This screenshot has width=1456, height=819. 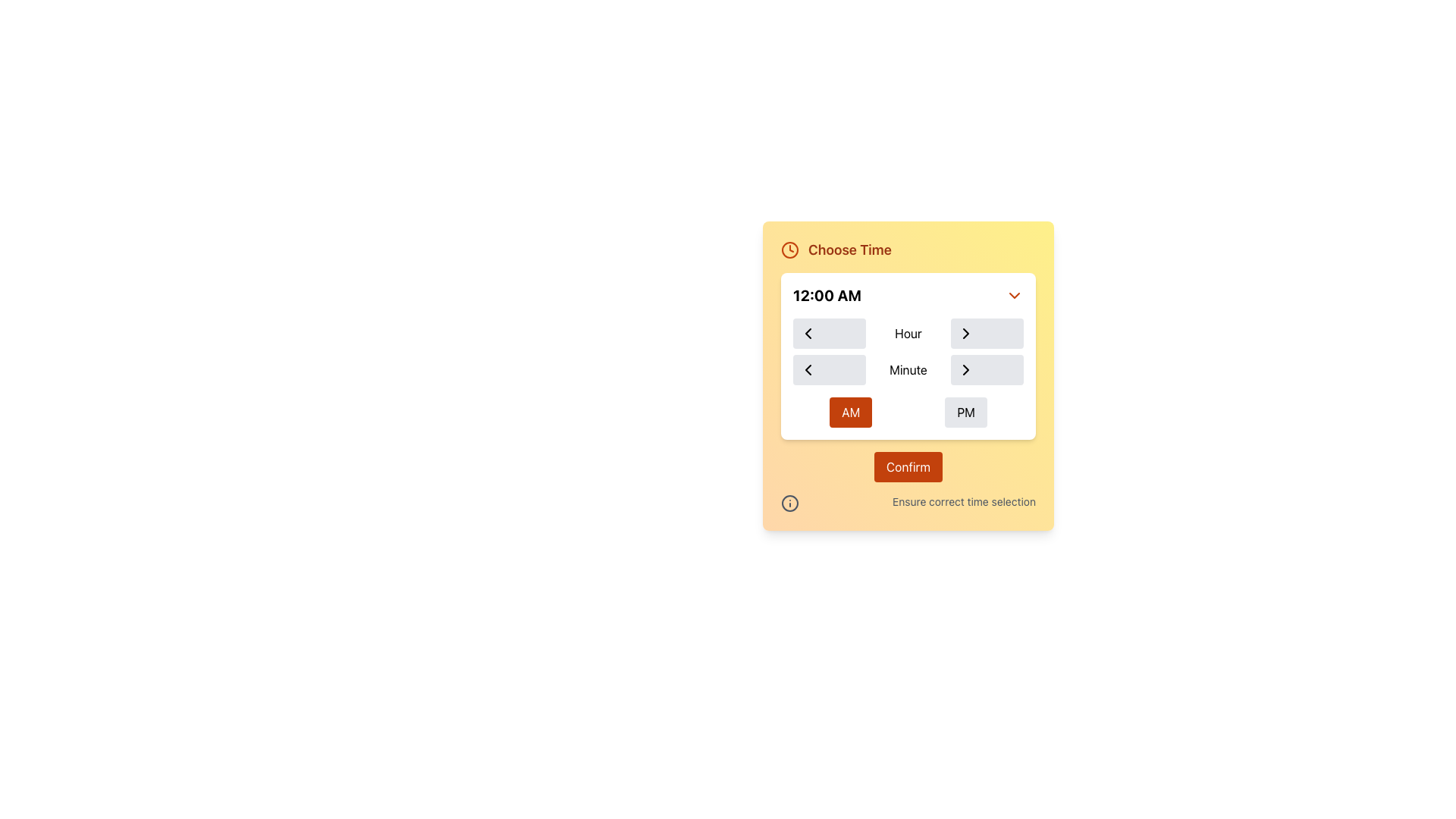 I want to click on the confirmation button located at the bottom of the time-setting modal, just above the instruction text 'Ensure correct time selection', so click(x=908, y=466).